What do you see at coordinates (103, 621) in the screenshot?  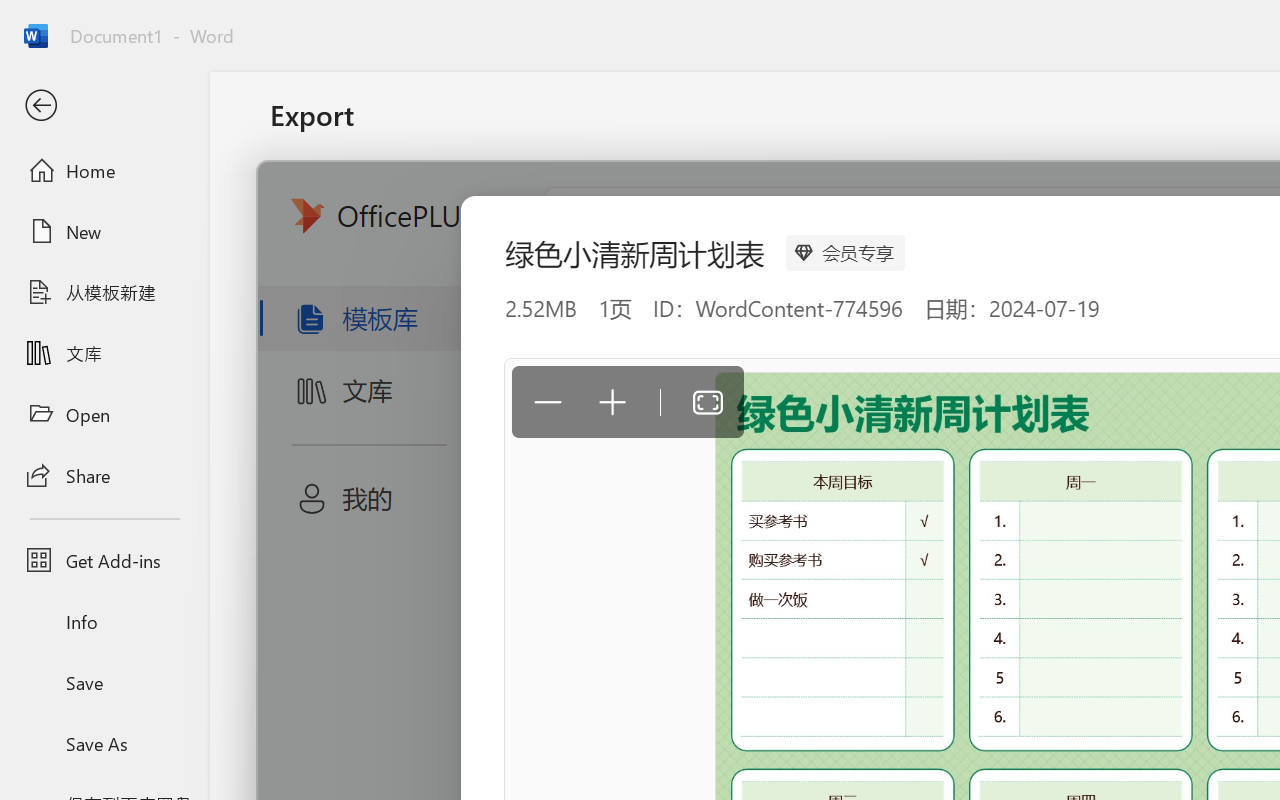 I see `'Info'` at bounding box center [103, 621].